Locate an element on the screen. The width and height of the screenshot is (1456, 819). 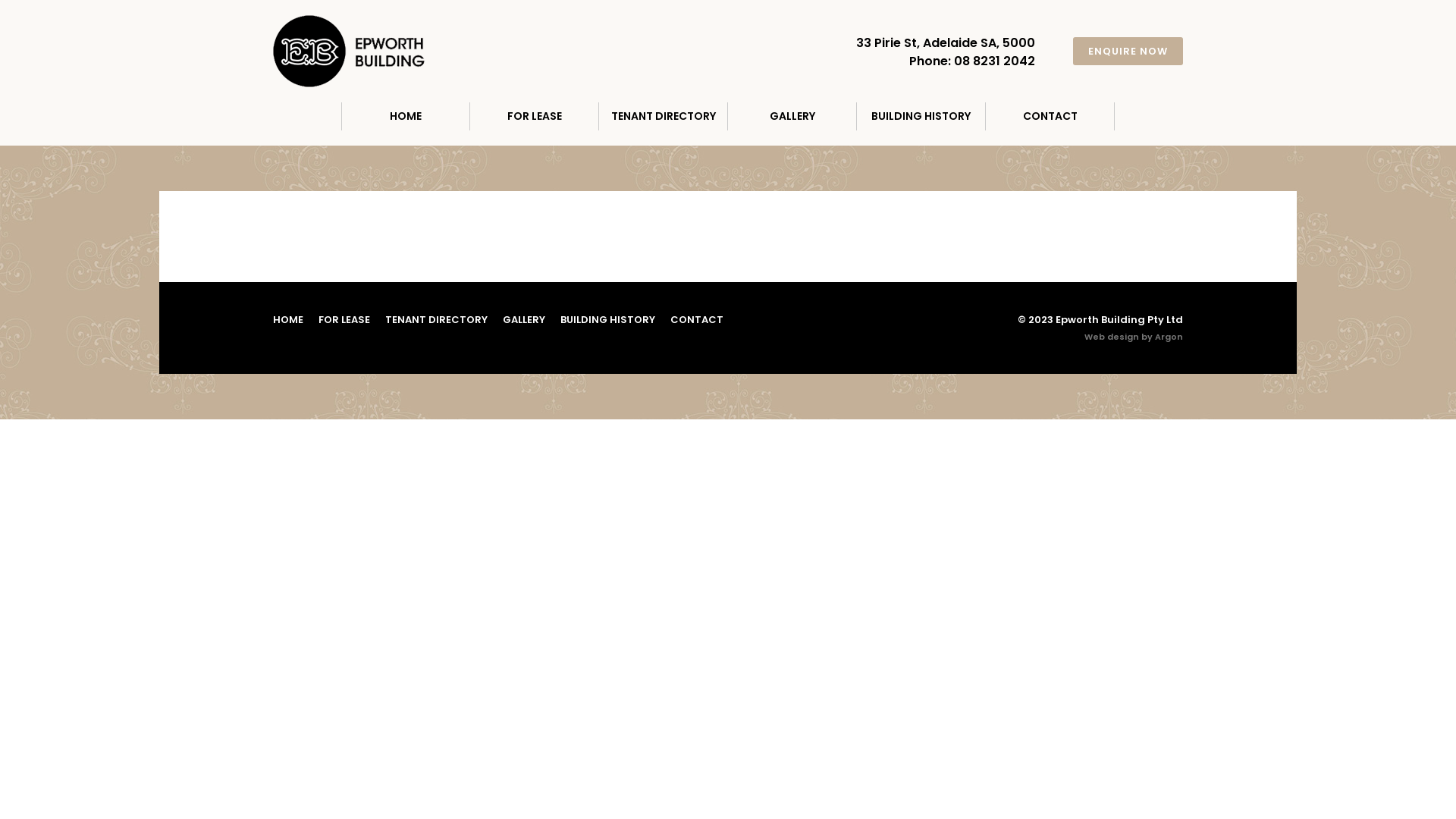
'HOME' is located at coordinates (273, 318).